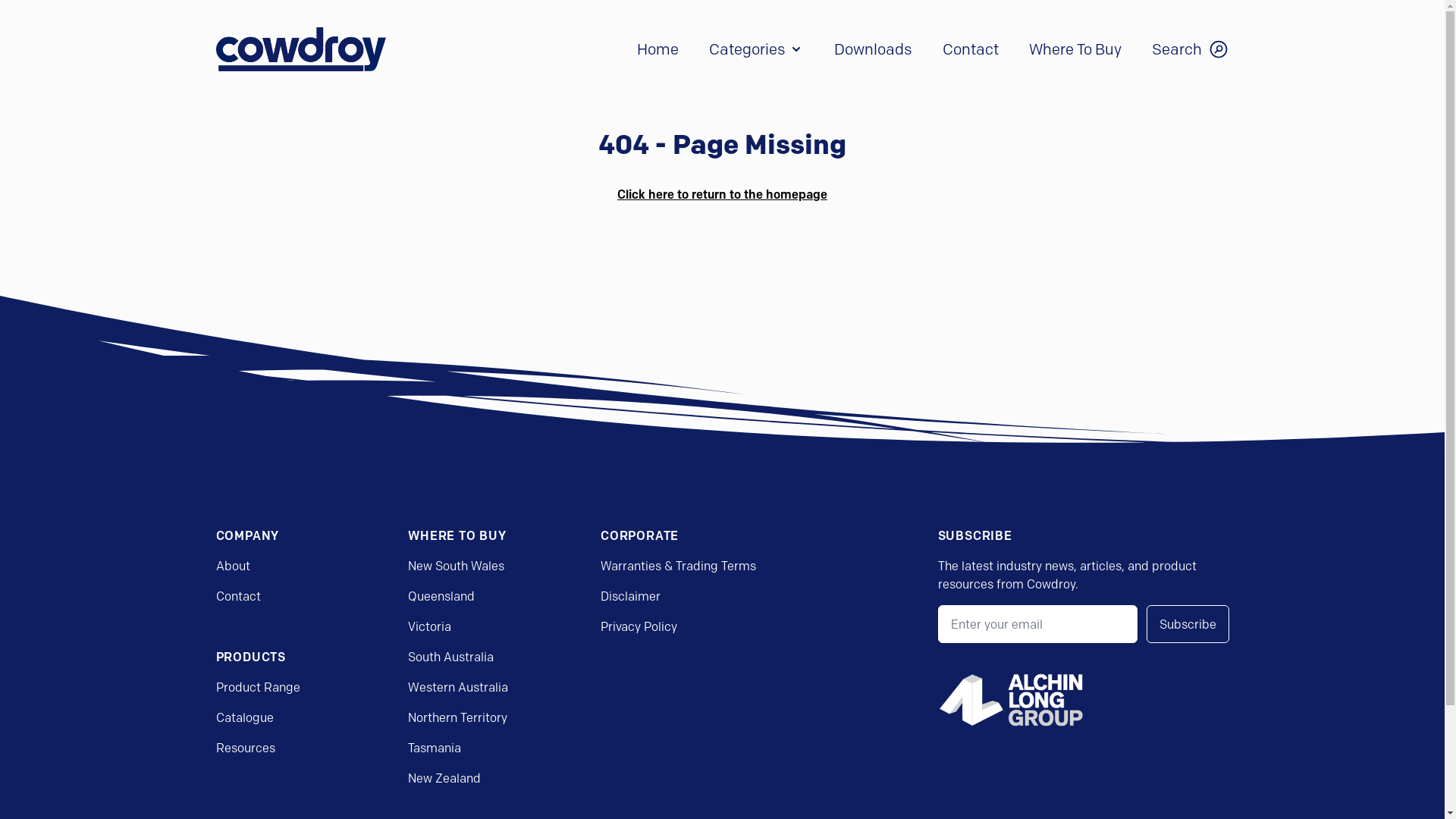 This screenshot has height=819, width=1456. Describe the element at coordinates (1073, 49) in the screenshot. I see `'Where To Buy'` at that location.